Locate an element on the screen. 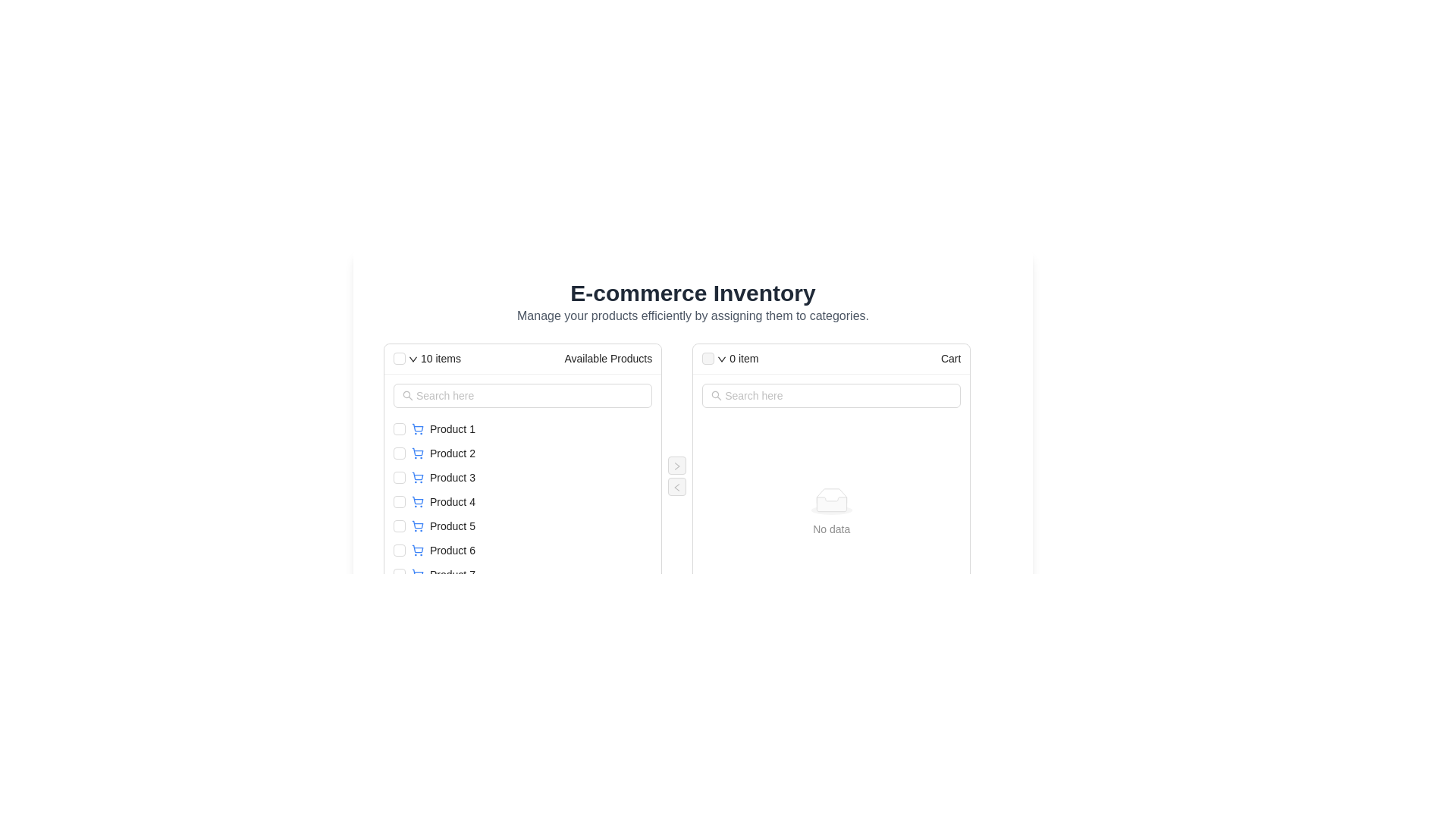 The height and width of the screenshot is (819, 1456). the icon located in the header section of the 'Cart' column, beside the text '0 item' is located at coordinates (721, 359).